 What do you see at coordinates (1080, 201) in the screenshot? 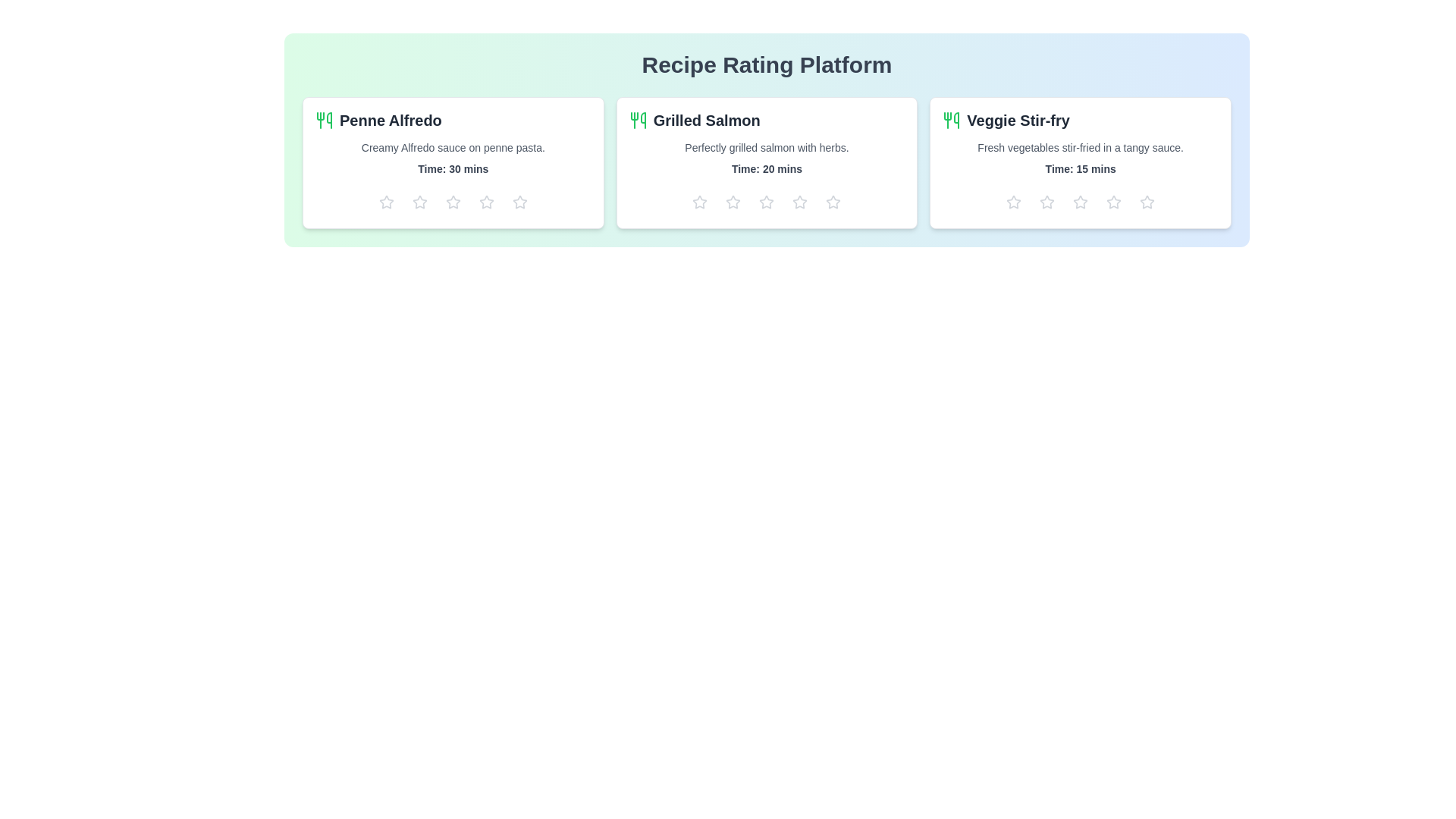
I see `the star icon to set the rating to 3 for the recipe Veggie Stir-fry` at bounding box center [1080, 201].